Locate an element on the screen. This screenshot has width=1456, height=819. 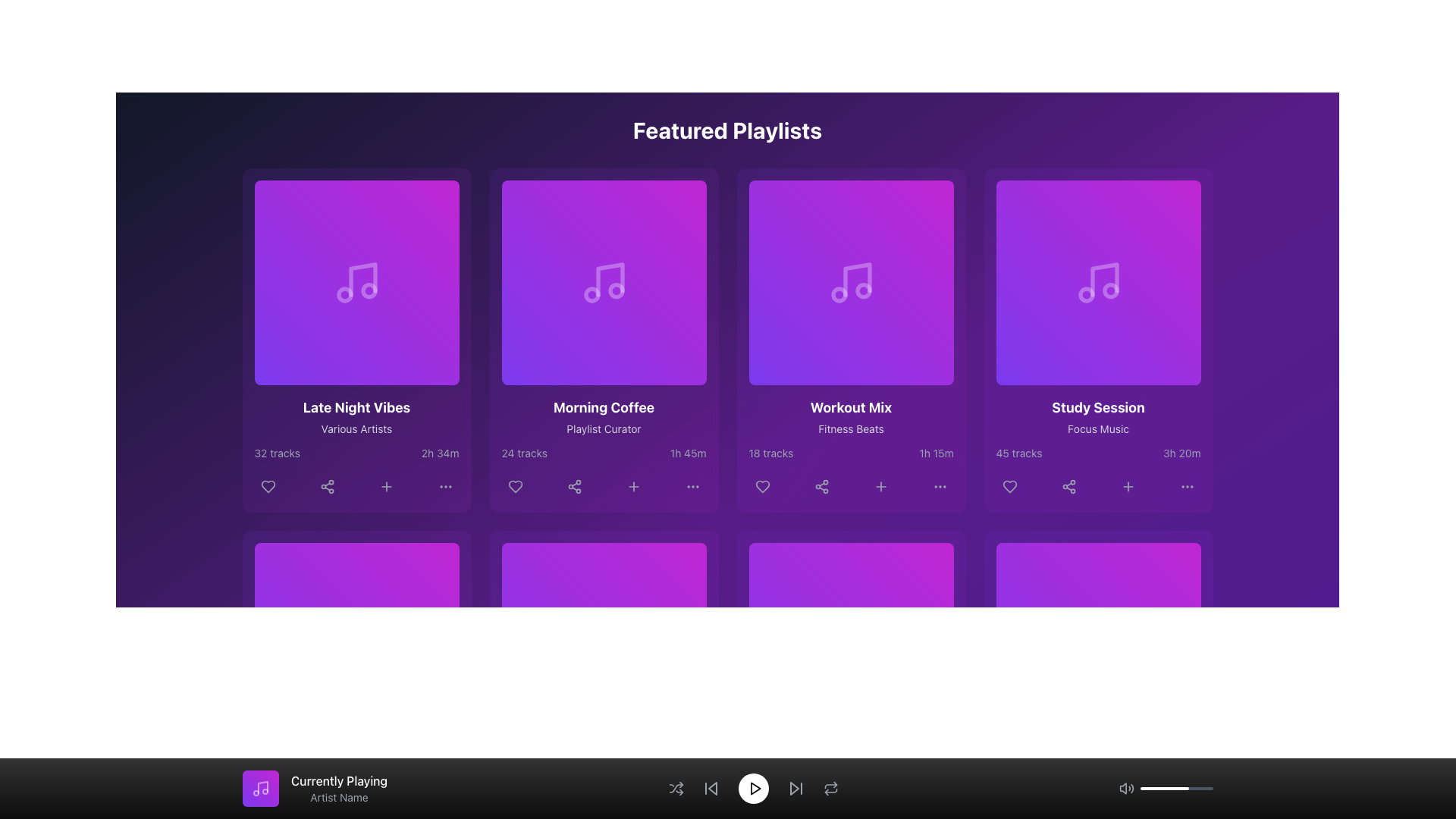
the vertical line vector graphic element within the music icon in the second playlist card labeled 'Morning Coffee', positioned in the middle of the top row of a 3x4 grid layout is located at coordinates (610, 280).